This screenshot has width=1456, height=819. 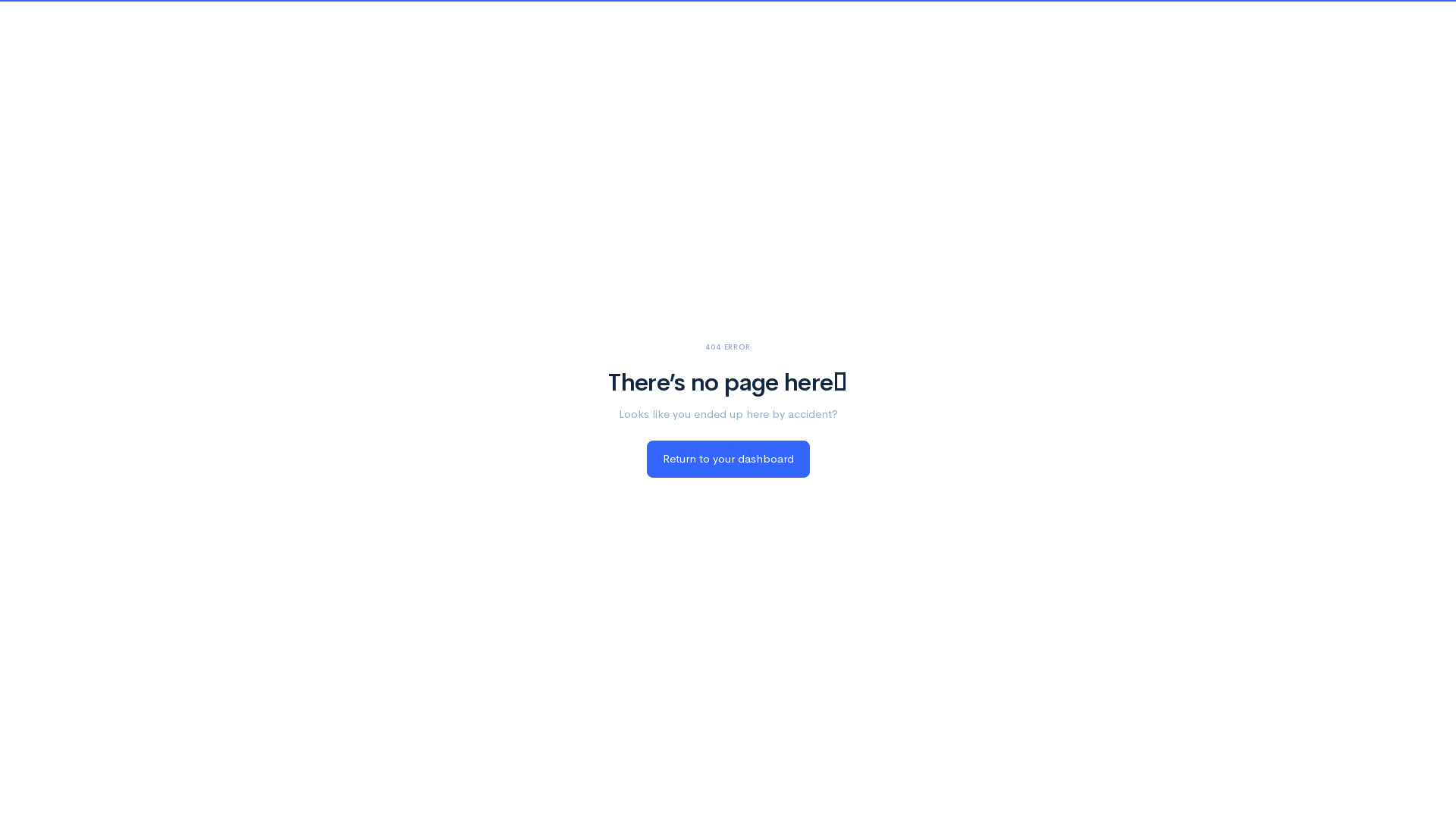 I want to click on 'Return to your dashboard', so click(x=645, y=458).